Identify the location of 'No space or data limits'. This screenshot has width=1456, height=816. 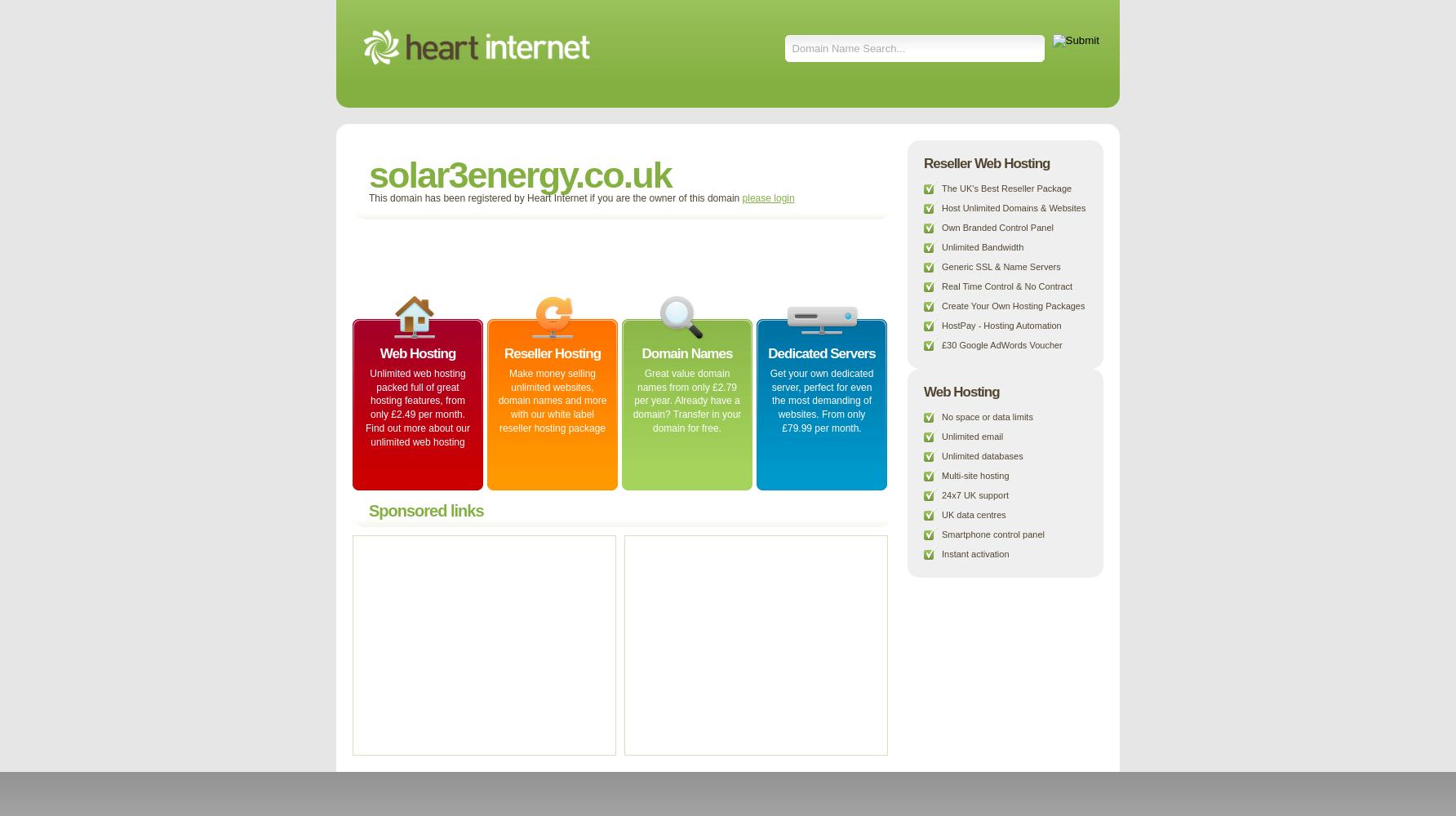
(987, 417).